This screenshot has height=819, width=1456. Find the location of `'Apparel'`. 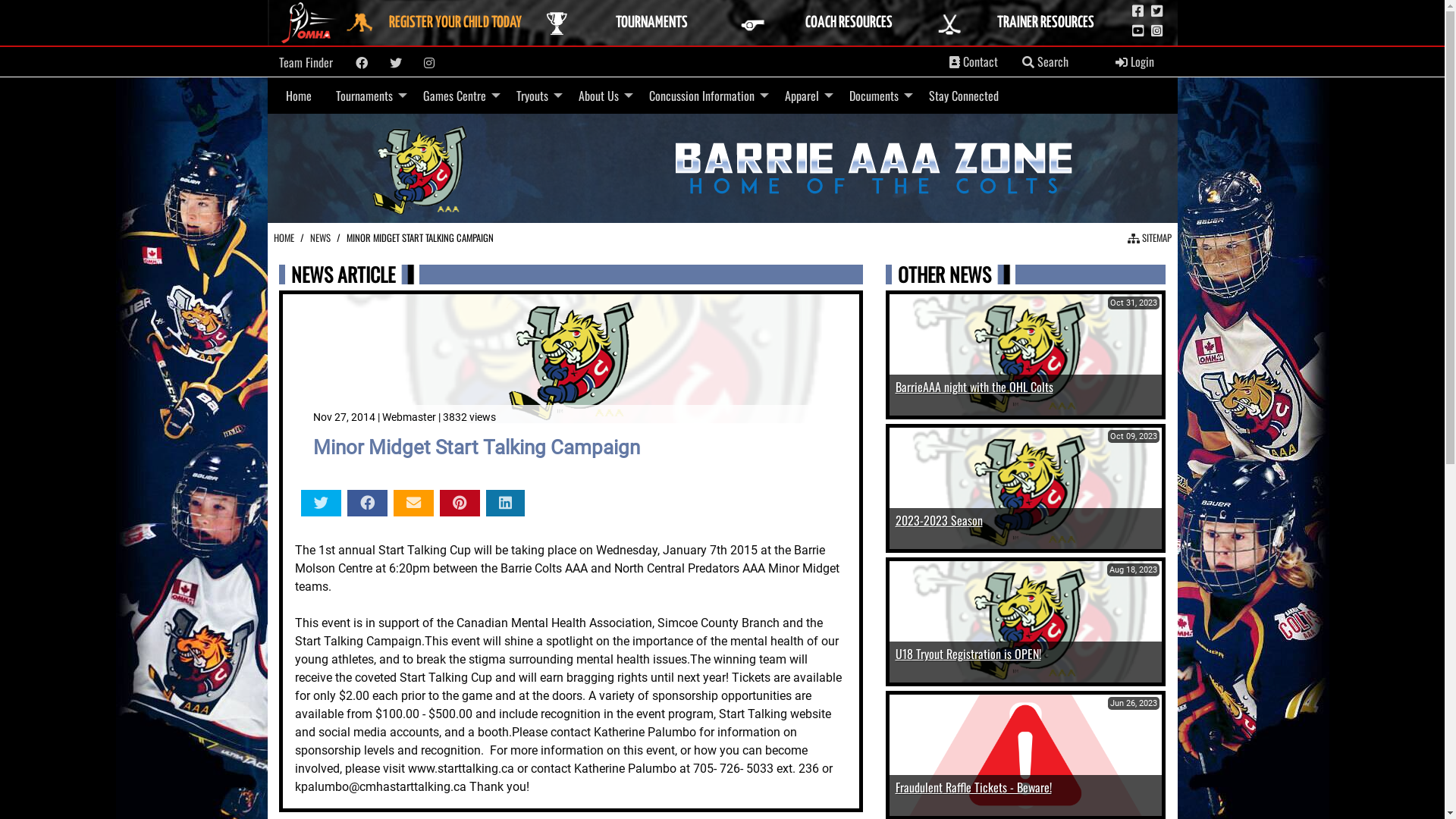

'Apparel' is located at coordinates (803, 96).